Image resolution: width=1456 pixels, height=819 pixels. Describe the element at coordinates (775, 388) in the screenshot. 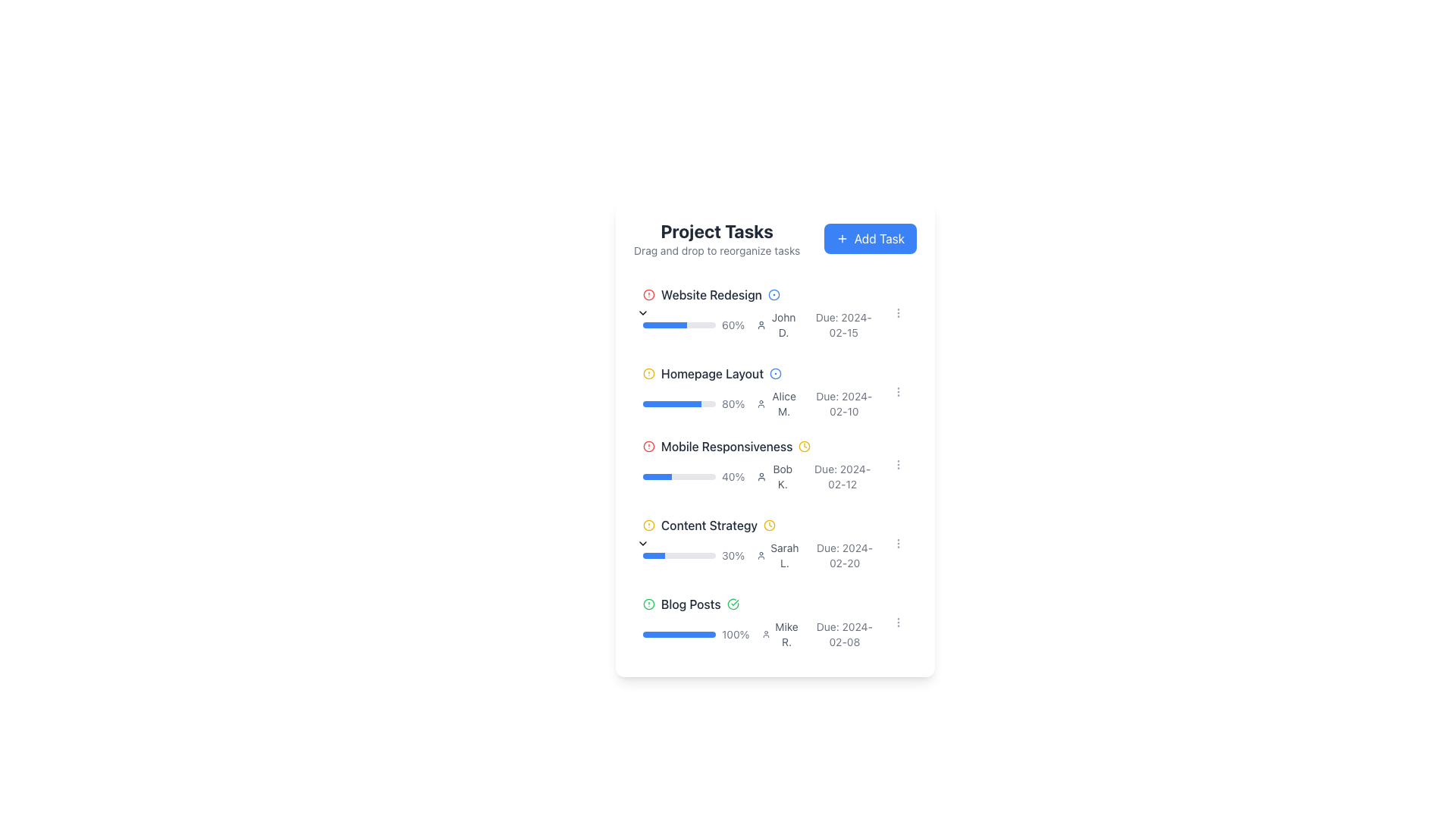

I see `the 'Homepage Layout' task item in the task list` at that location.